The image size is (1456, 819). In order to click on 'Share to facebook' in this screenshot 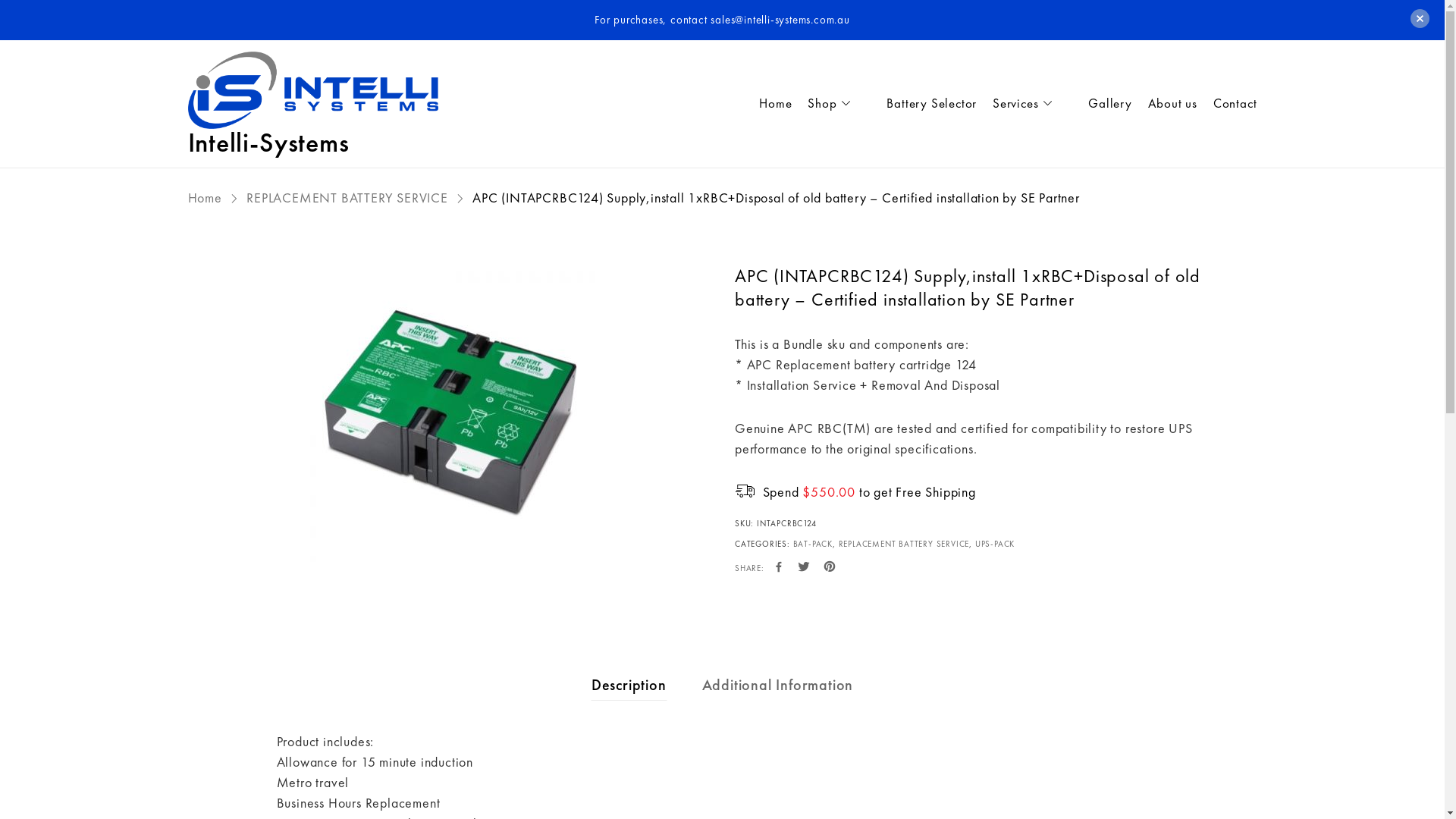, I will do `click(779, 567)`.